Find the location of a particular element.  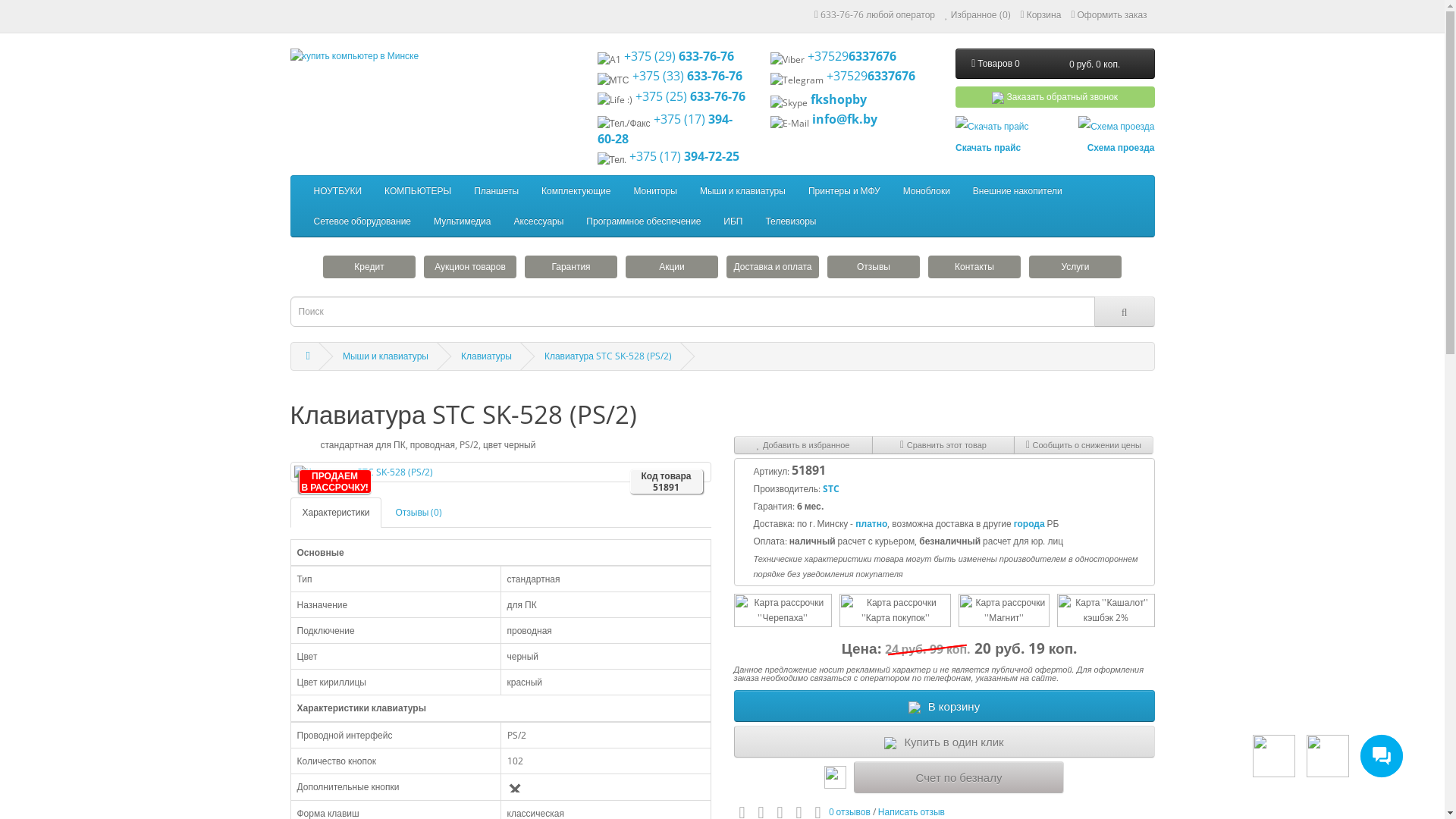

'+375 (33) 633-76-76' is located at coordinates (686, 76).